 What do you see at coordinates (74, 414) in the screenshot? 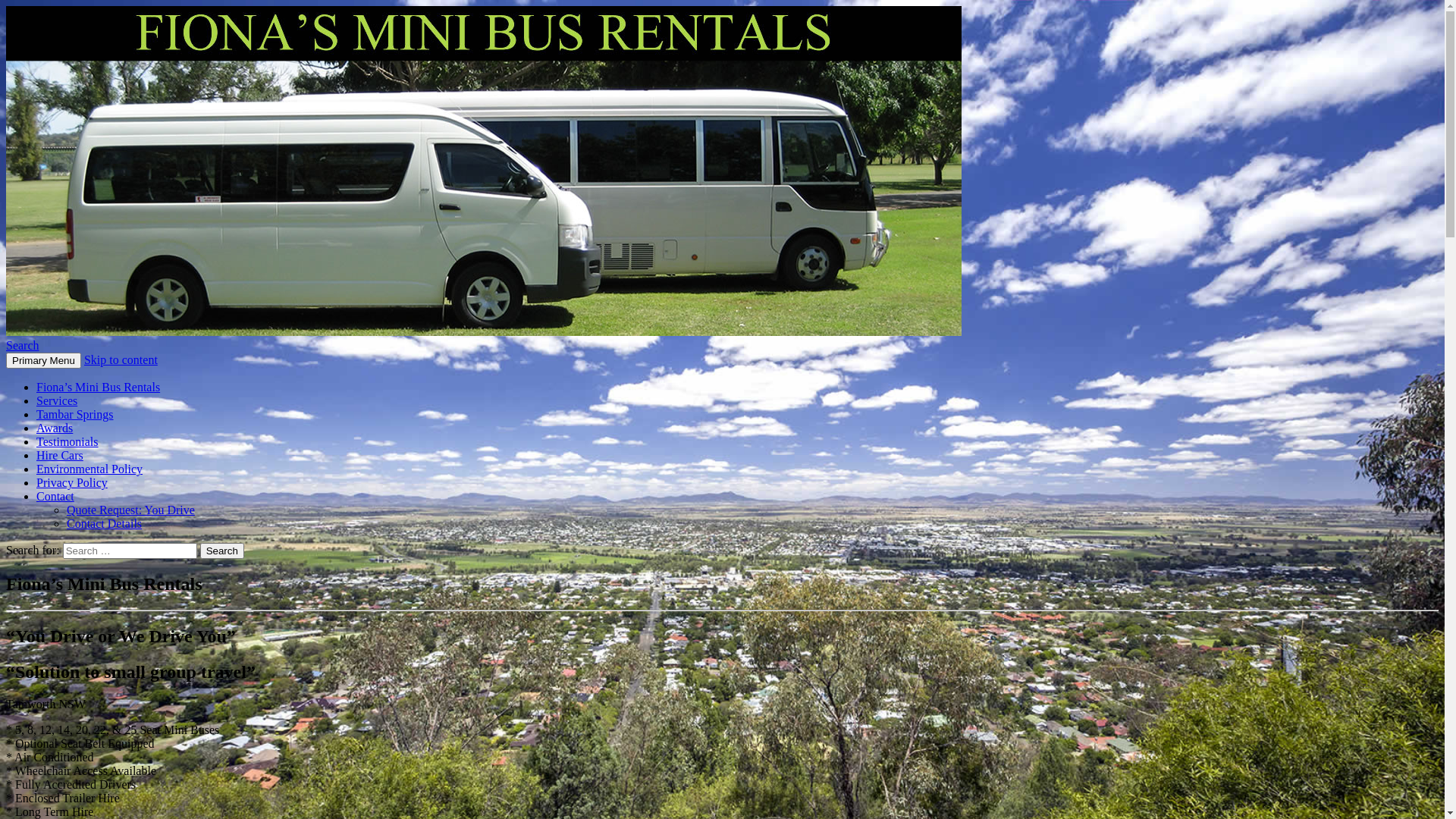
I see `'Tambar Springs'` at bounding box center [74, 414].